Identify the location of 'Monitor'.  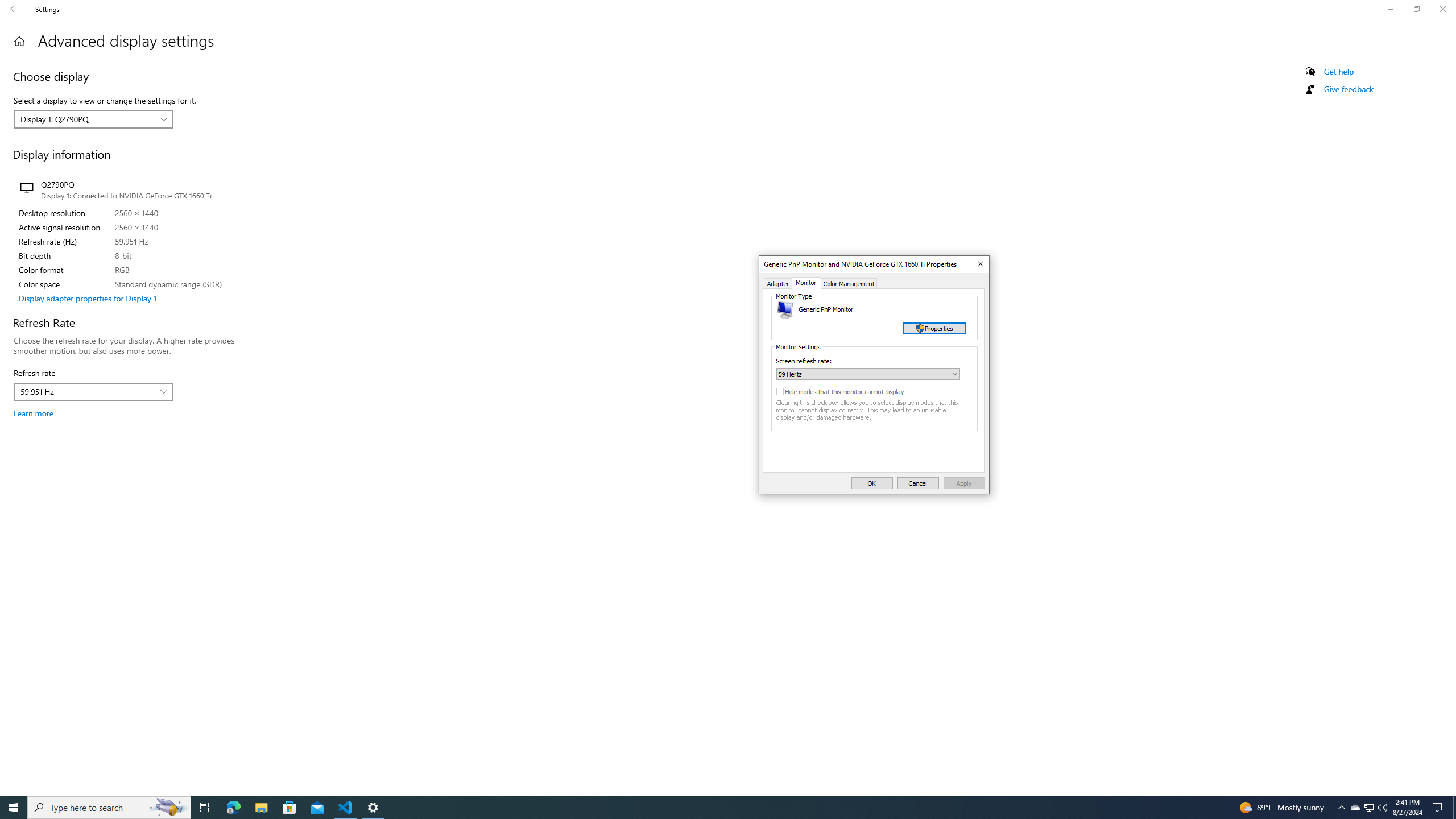
(806, 283).